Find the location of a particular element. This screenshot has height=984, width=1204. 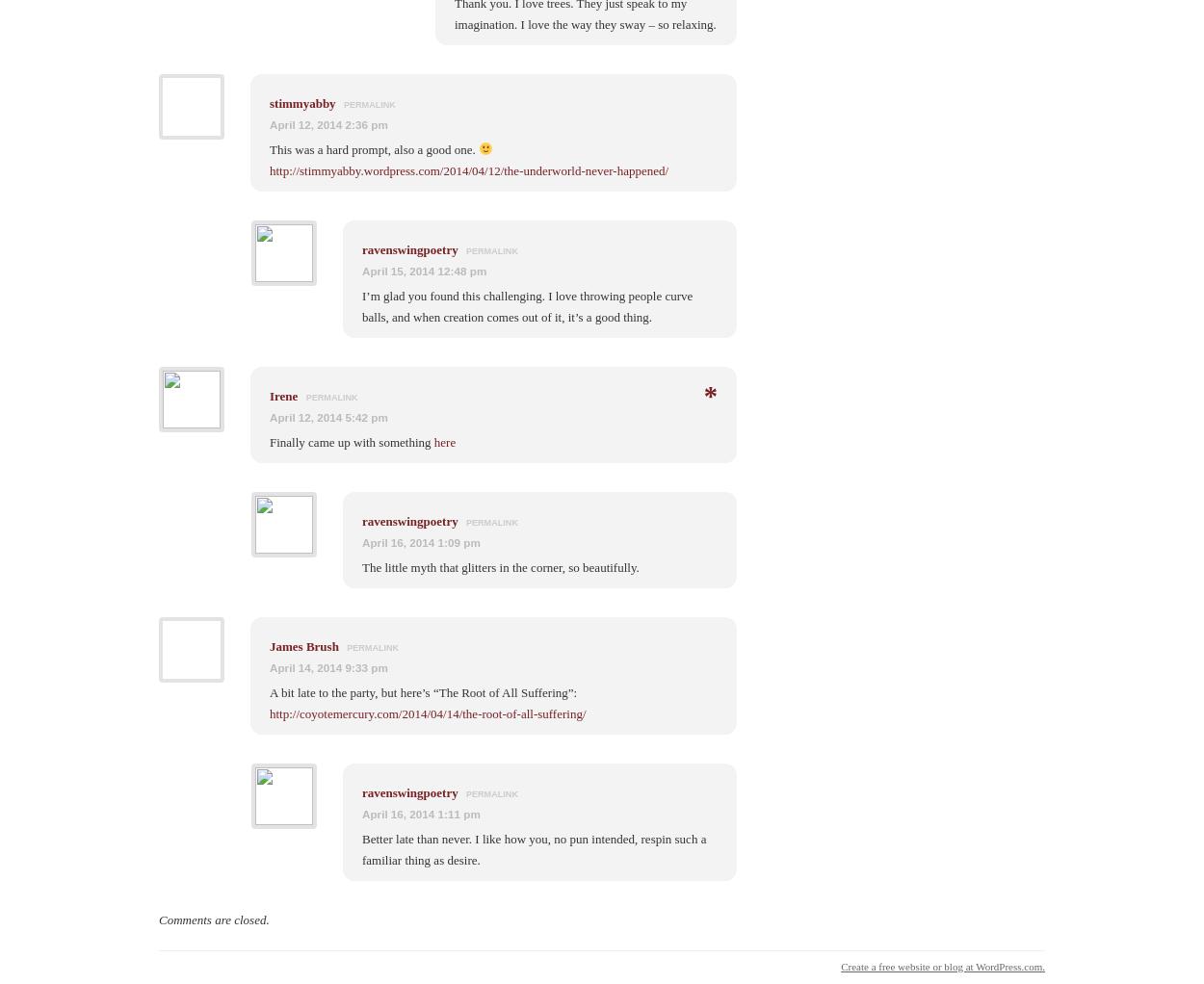

'I’m glad you found this challenging. I love throwing people curve balls, and when creation comes out of it, it’s a good thing.' is located at coordinates (527, 304).